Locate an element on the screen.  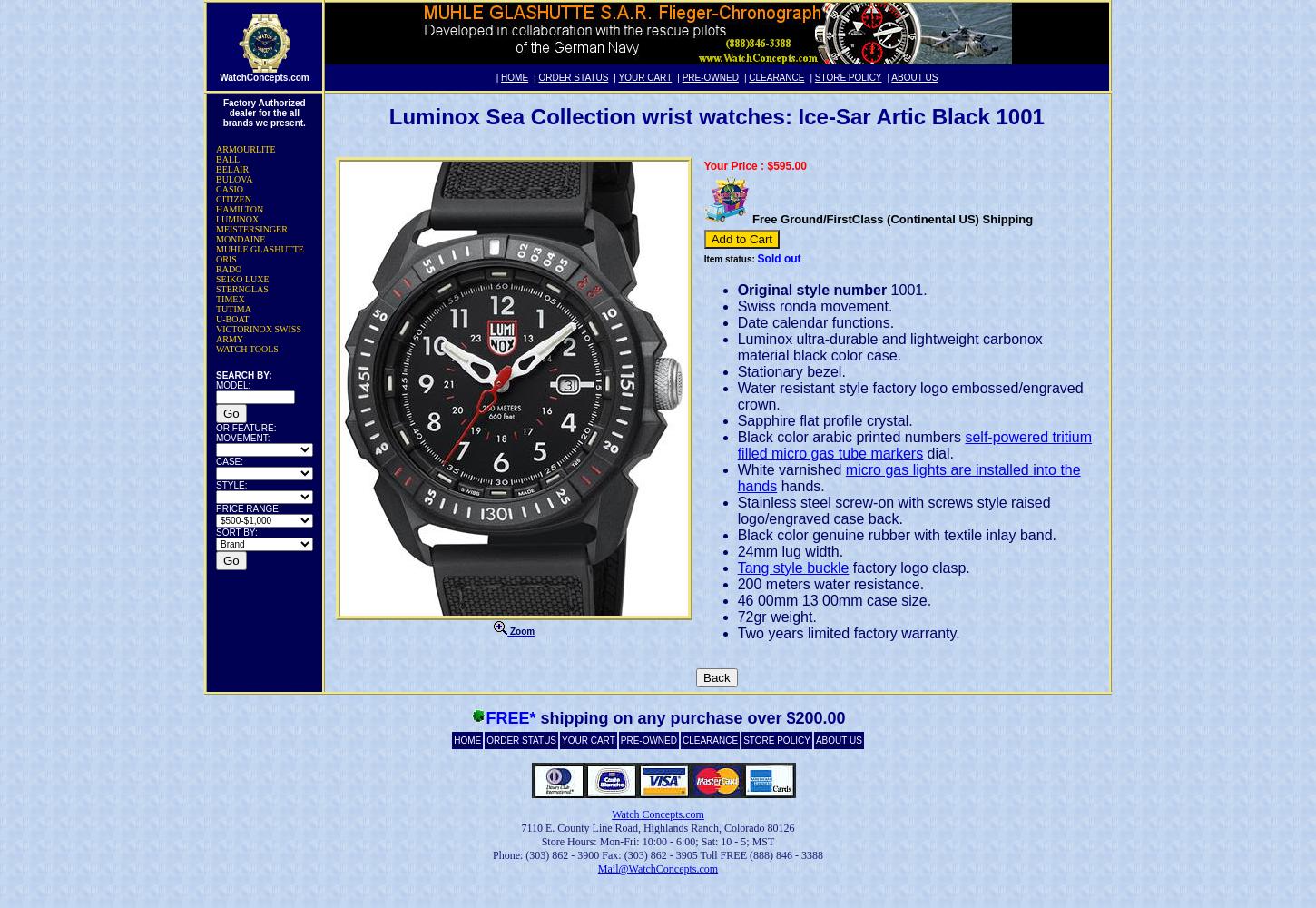
'BELAIR' is located at coordinates (232, 169).